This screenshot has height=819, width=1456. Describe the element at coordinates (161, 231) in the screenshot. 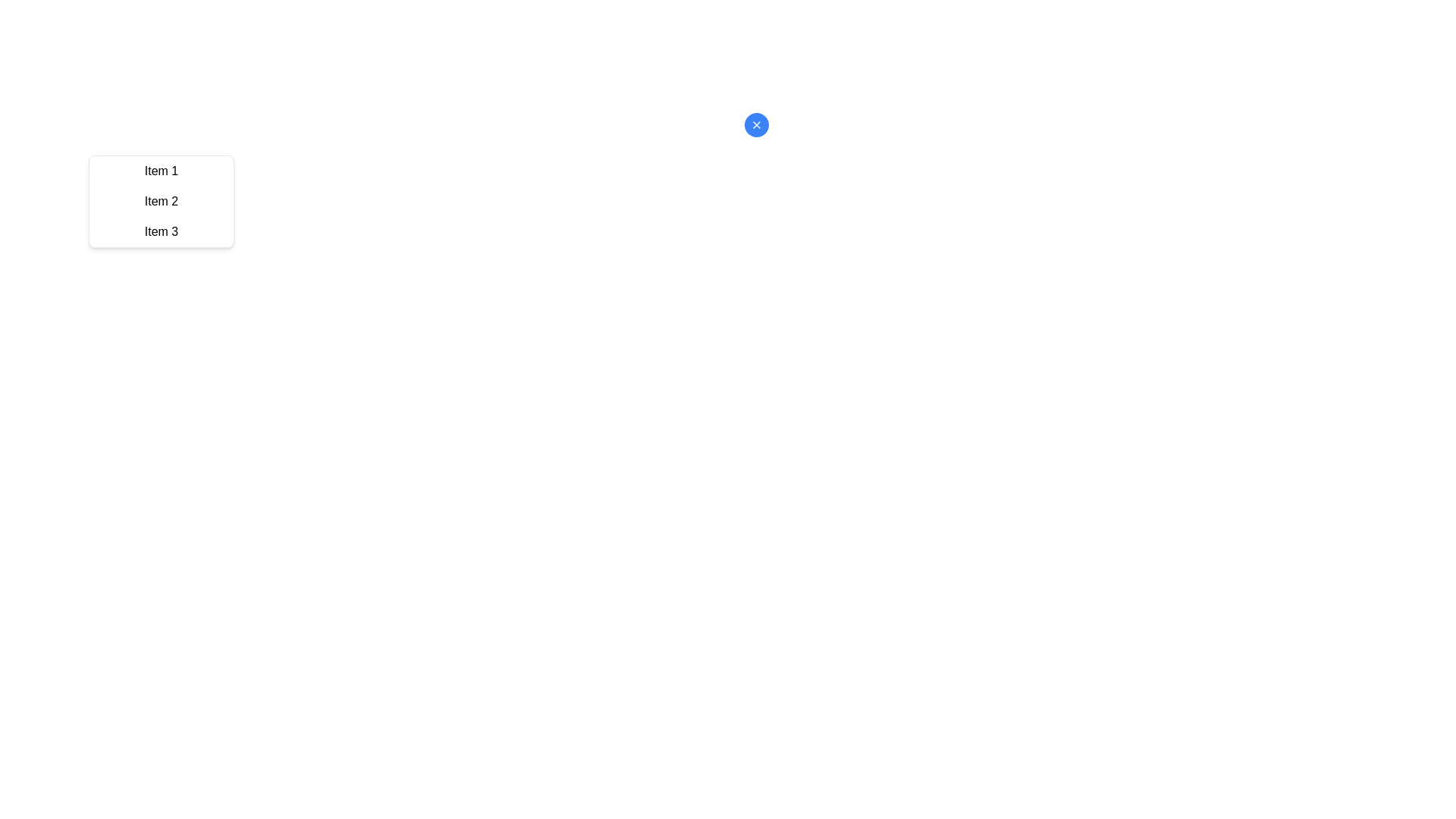

I see `the list item labeled 'Item 3', which is the third entry in a vertically stacked list of similar items` at that location.